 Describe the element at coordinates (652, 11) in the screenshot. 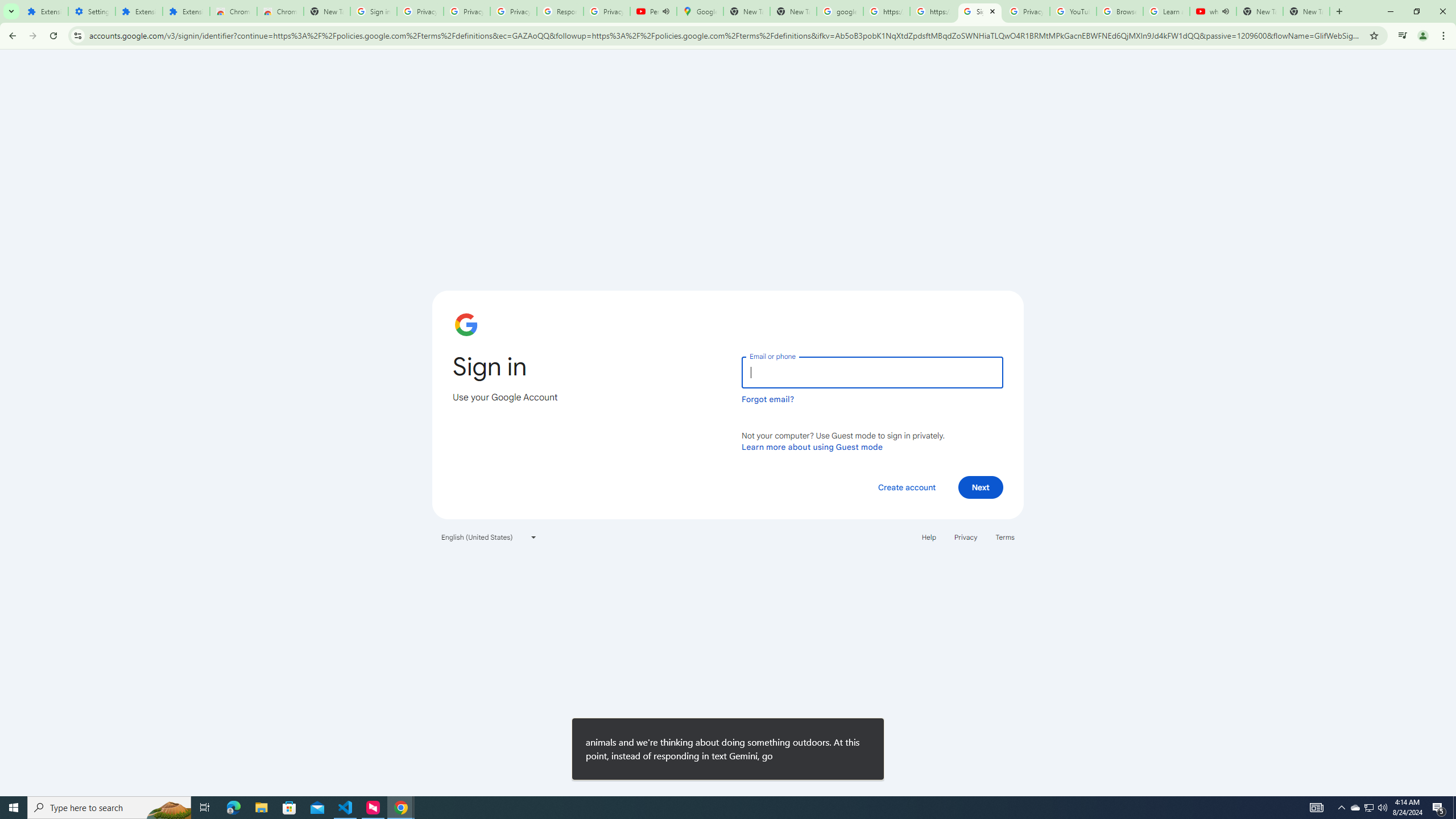

I see `'Personalized AI for you | Gemini - YouTube - Audio playing'` at that location.